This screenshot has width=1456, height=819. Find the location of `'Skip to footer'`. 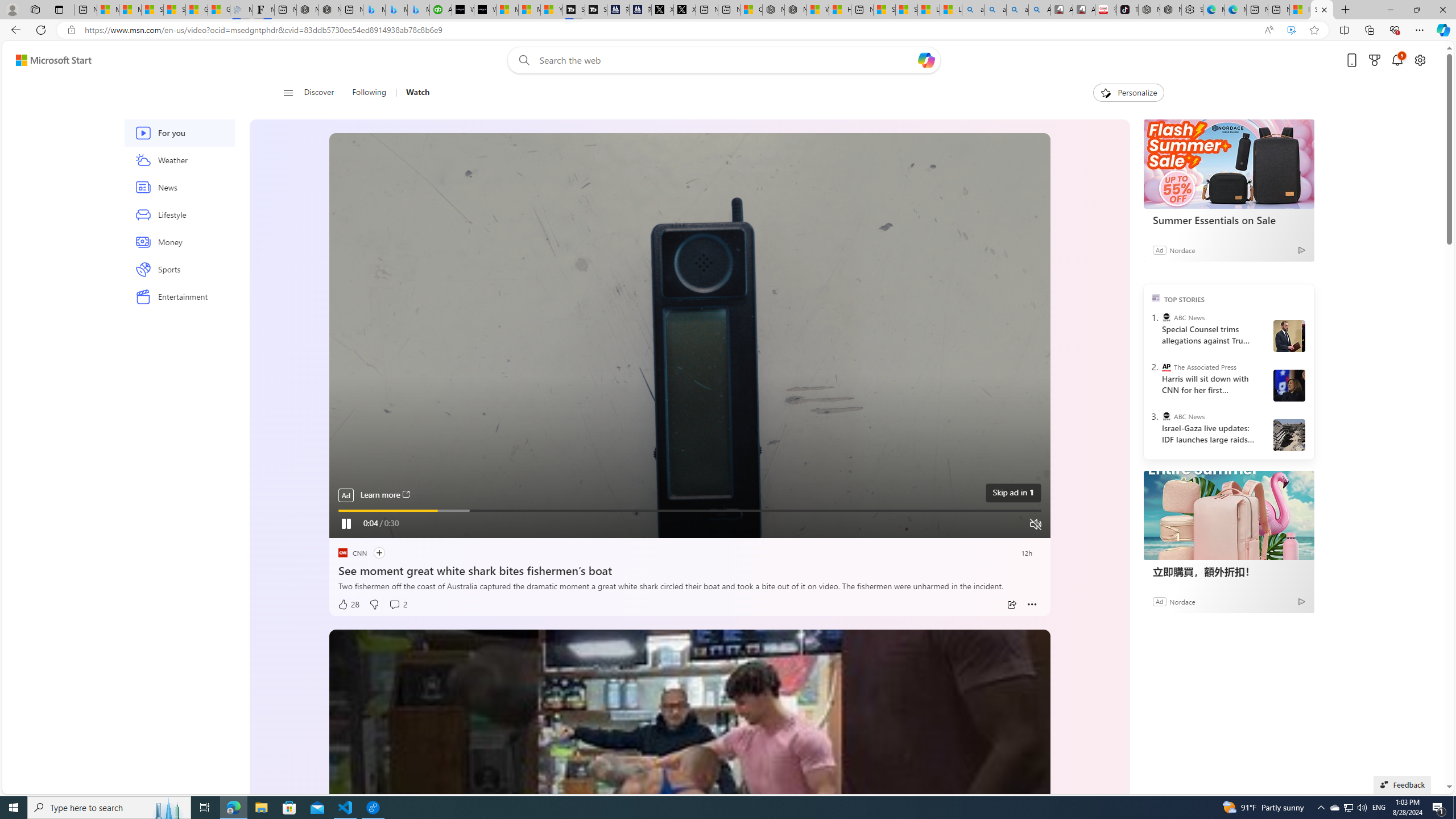

'Skip to footer' is located at coordinates (46, 59).